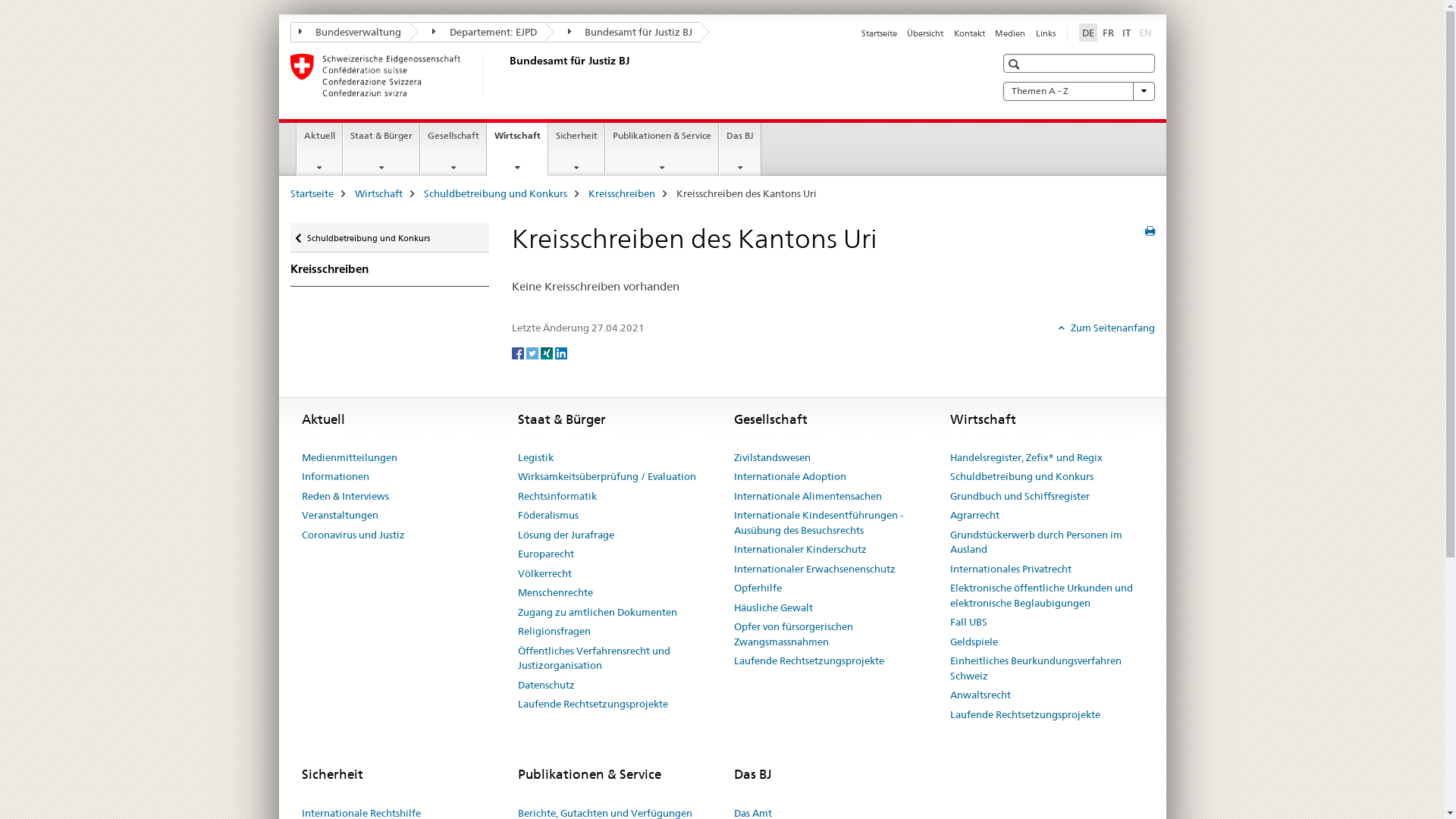 This screenshot has width=1456, height=819. I want to click on 'Medienmitteilungen', so click(348, 457).